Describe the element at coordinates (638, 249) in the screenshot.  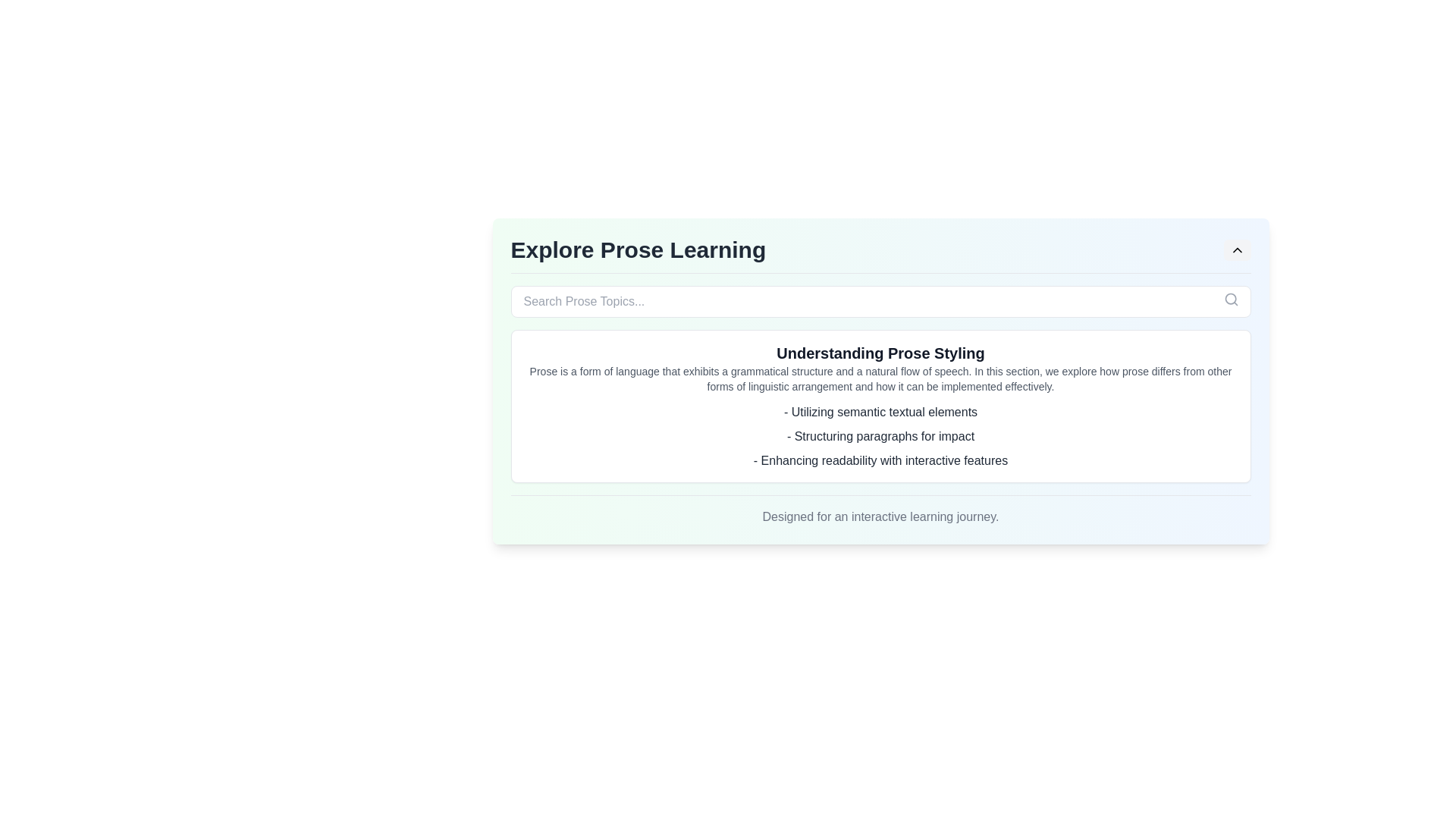
I see `the prominently displayed text 'Explore Prose Learning' which is large, bold, and positioned at the top left of the section` at that location.